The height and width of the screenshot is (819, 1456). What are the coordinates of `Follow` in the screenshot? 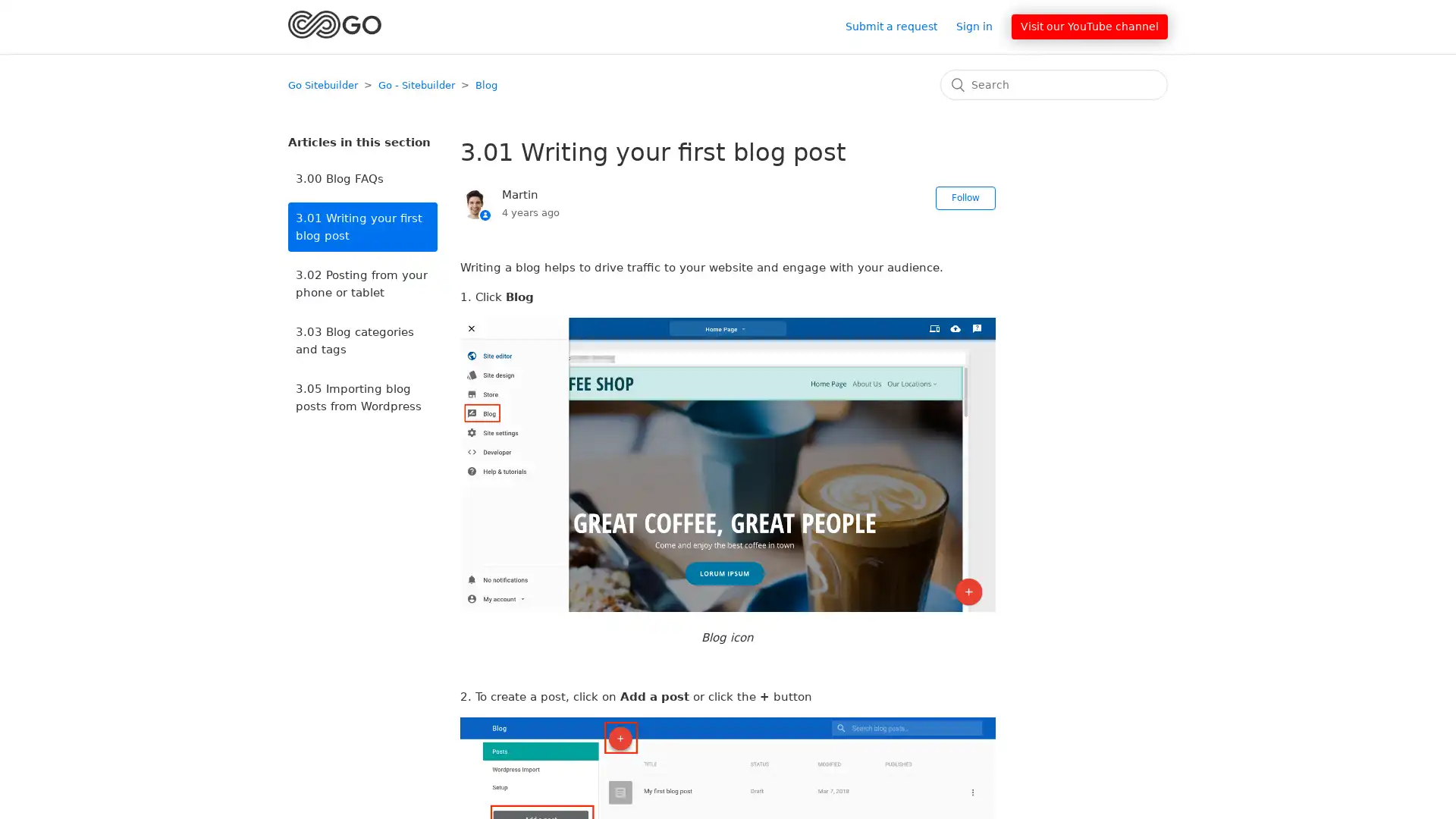 It's located at (964, 197).